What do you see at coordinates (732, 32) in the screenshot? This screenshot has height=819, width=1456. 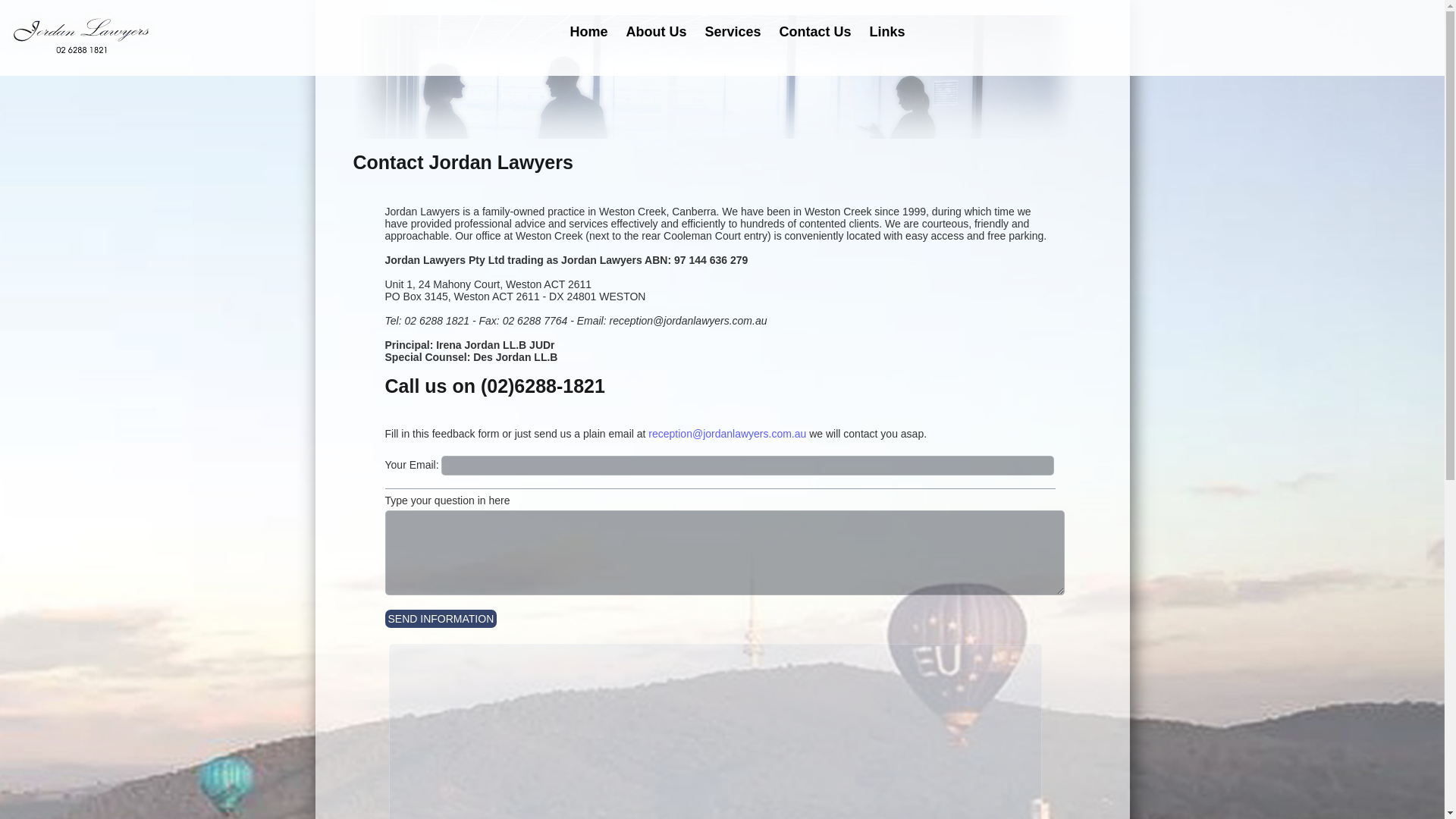 I see `'Services'` at bounding box center [732, 32].